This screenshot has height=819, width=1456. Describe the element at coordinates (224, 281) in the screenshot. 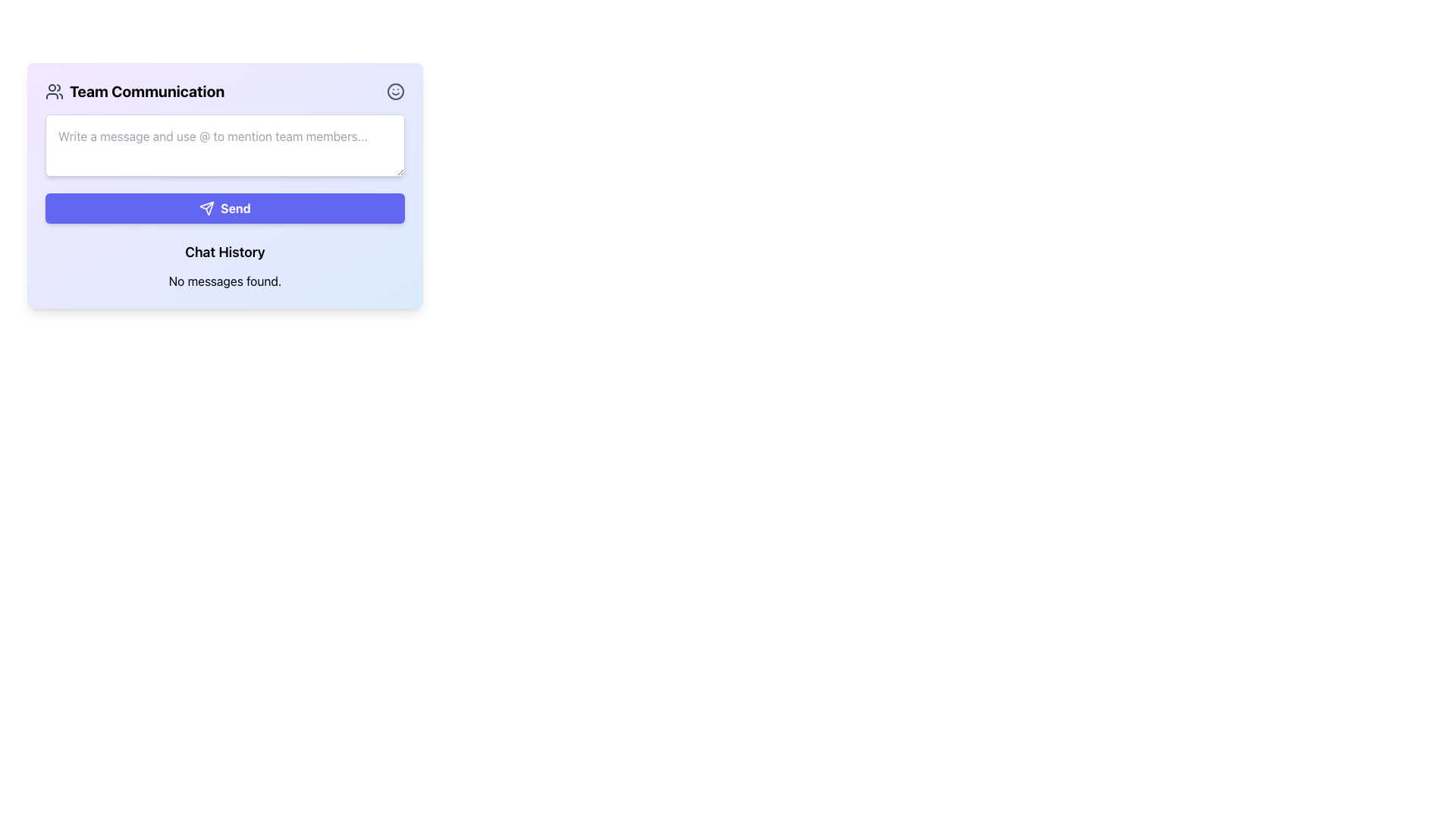

I see `text display that contains 'No messages found.' which is centrally aligned below the 'Chat History' title` at that location.